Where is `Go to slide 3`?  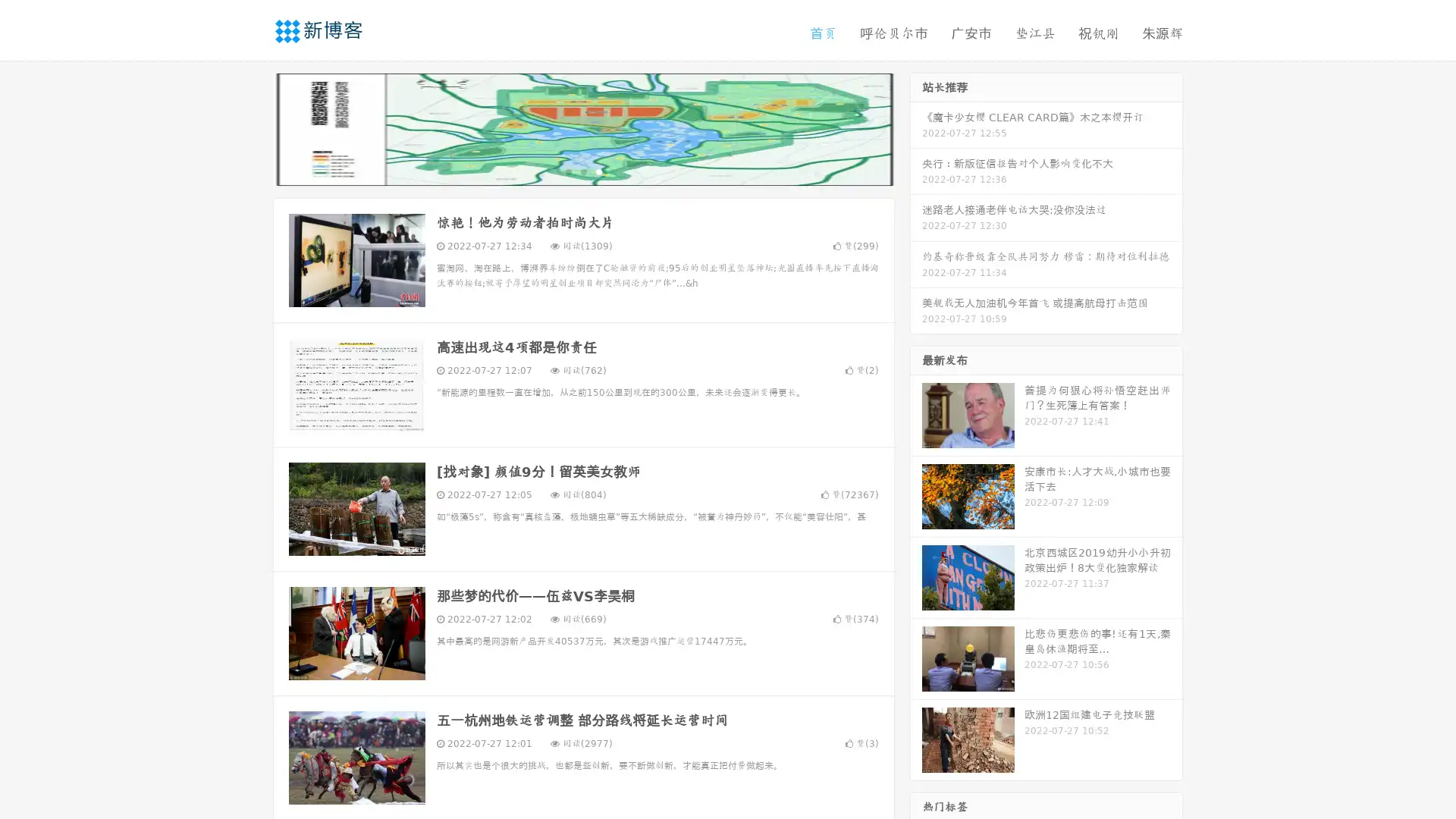
Go to slide 3 is located at coordinates (598, 171).